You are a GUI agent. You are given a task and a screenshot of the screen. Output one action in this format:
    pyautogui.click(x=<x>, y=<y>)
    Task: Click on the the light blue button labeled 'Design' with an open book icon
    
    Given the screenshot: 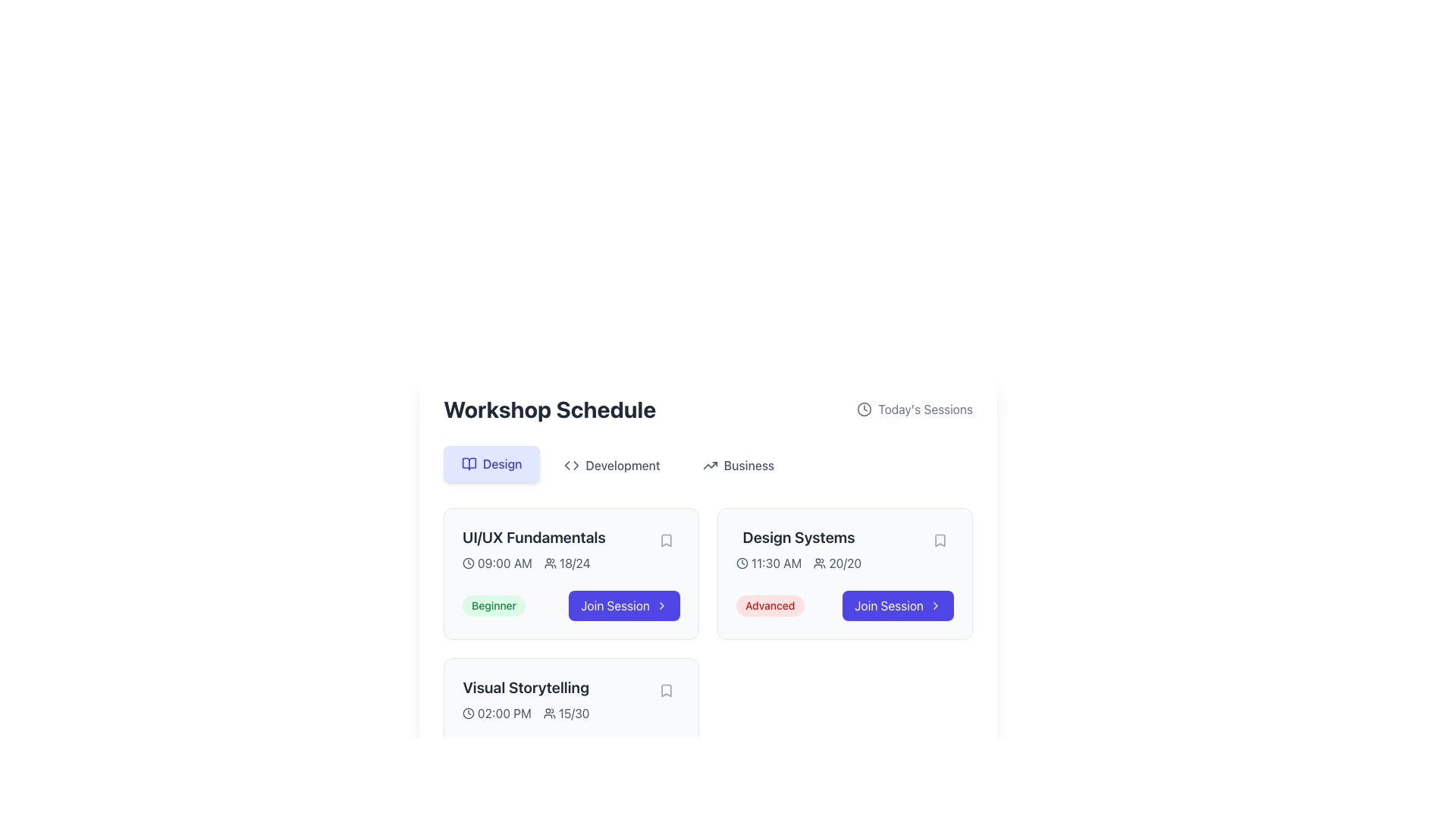 What is the action you would take?
    pyautogui.click(x=491, y=463)
    